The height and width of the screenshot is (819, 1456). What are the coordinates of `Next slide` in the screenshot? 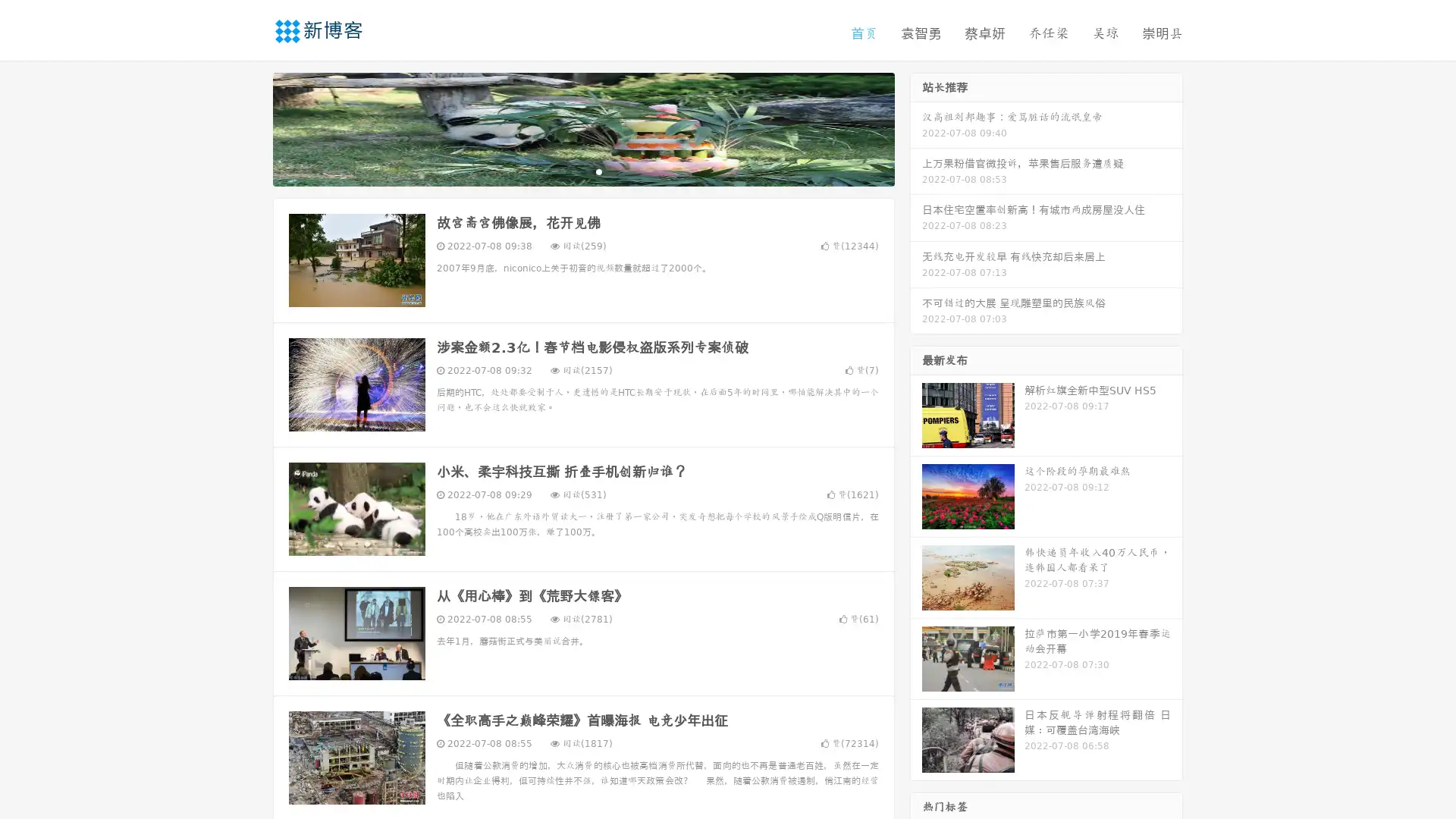 It's located at (916, 127).